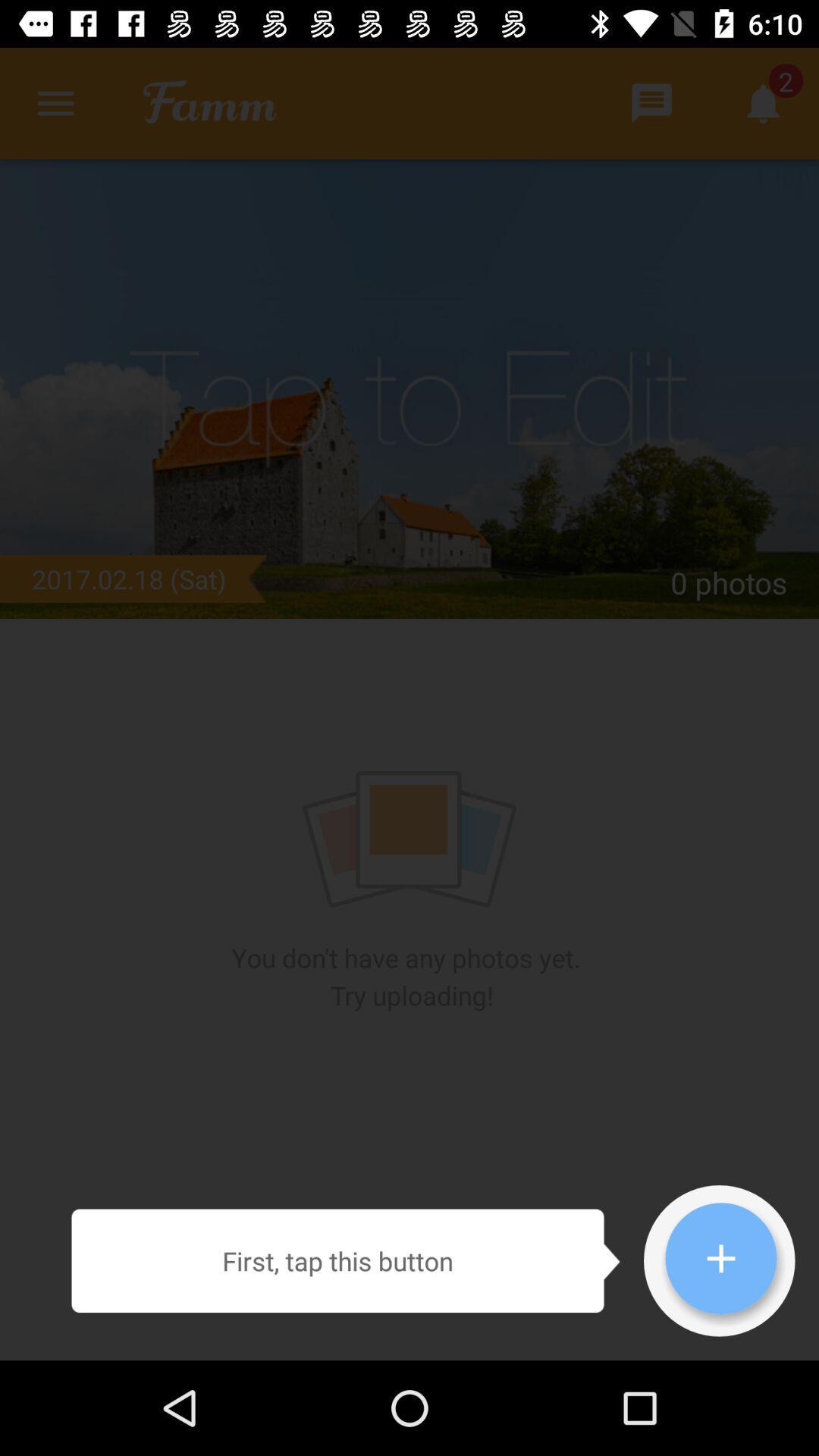 The image size is (819, 1456). Describe the element at coordinates (720, 1258) in the screenshot. I see `the add icon` at that location.